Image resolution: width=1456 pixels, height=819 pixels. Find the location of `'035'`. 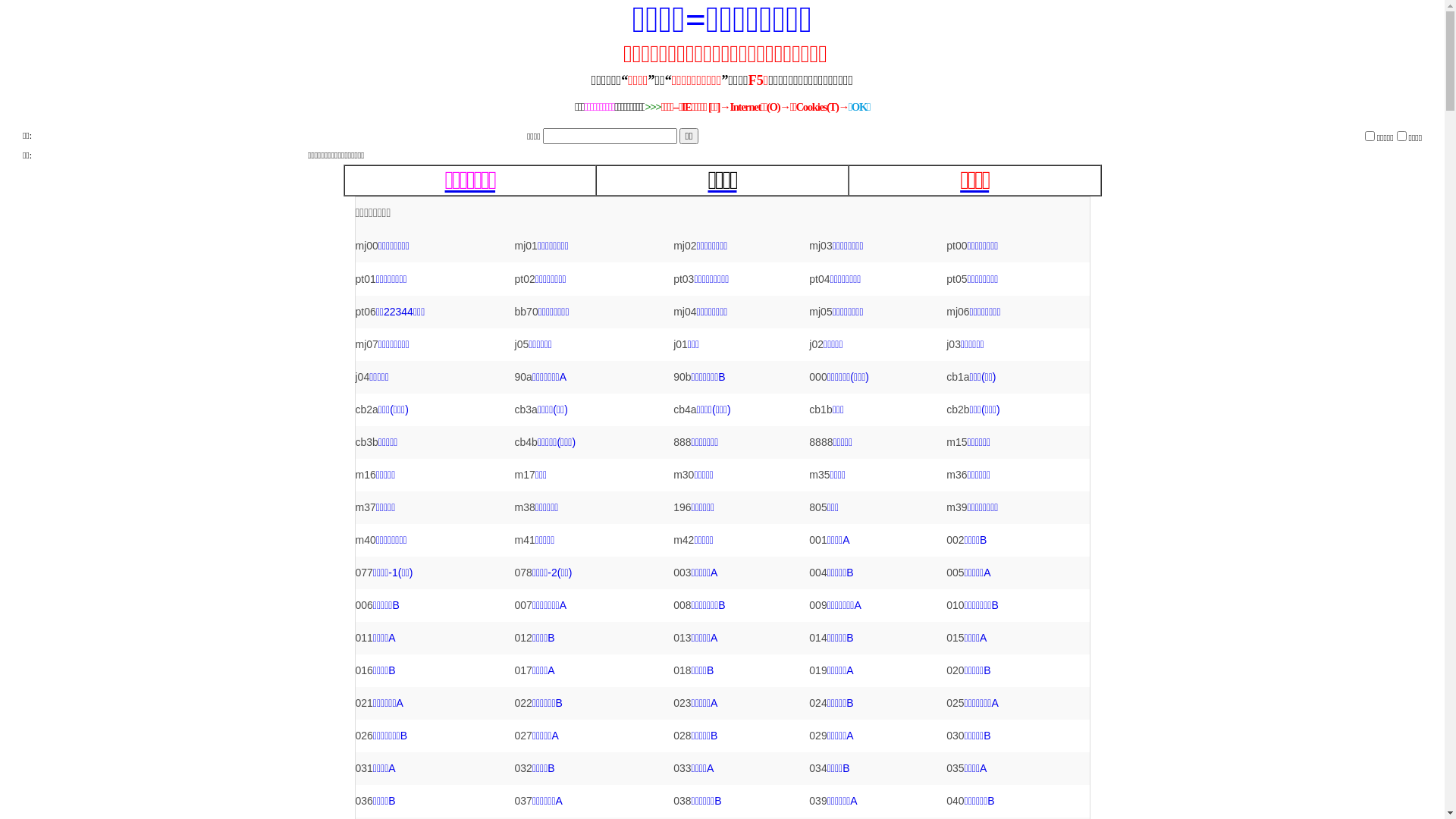

'035' is located at coordinates (954, 768).